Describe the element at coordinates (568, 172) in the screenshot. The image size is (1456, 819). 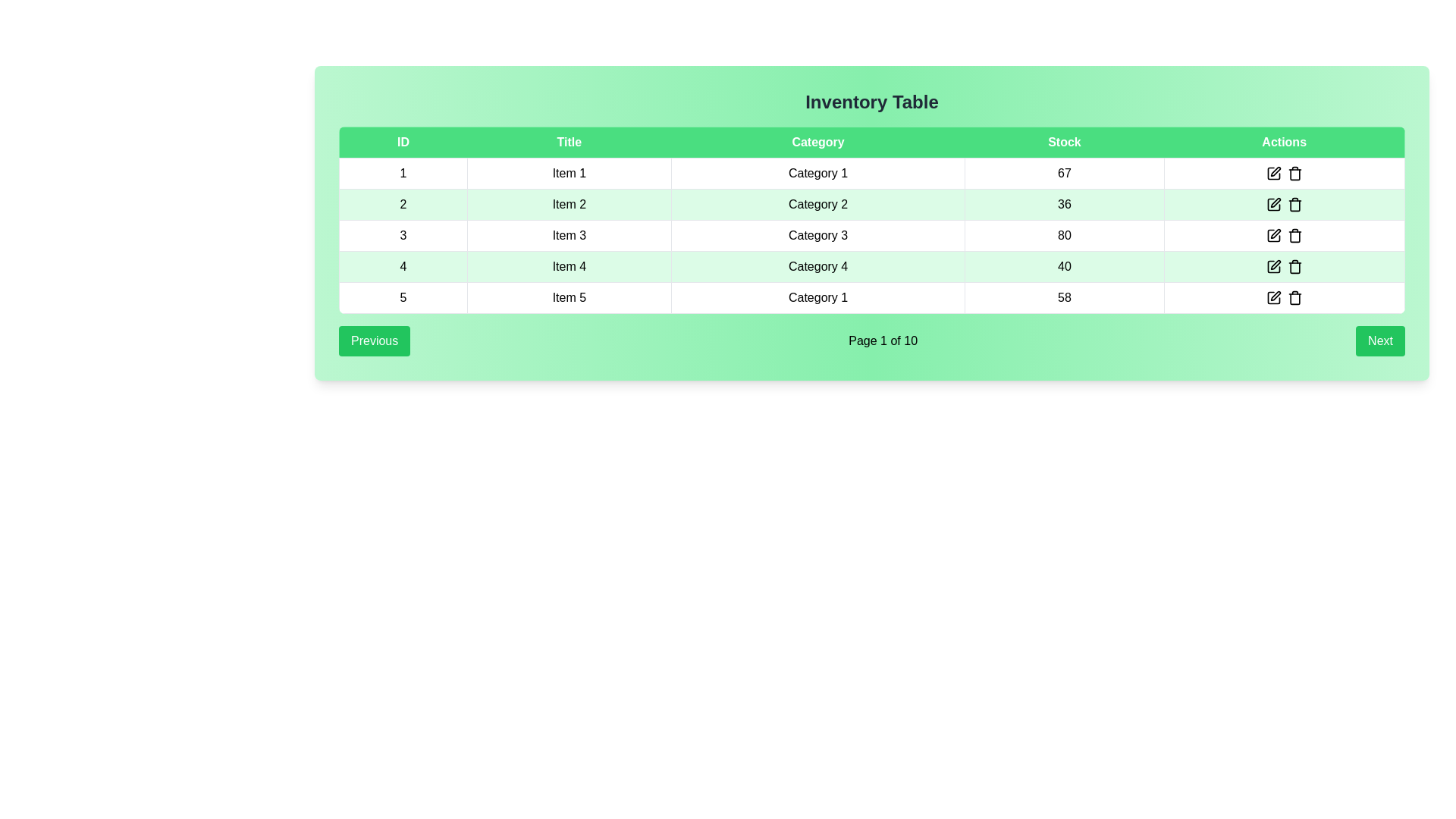
I see `the table cell that displays the title of the first item, located in the second column of the first row, between the cells containing '1' and 'Category 1'` at that location.